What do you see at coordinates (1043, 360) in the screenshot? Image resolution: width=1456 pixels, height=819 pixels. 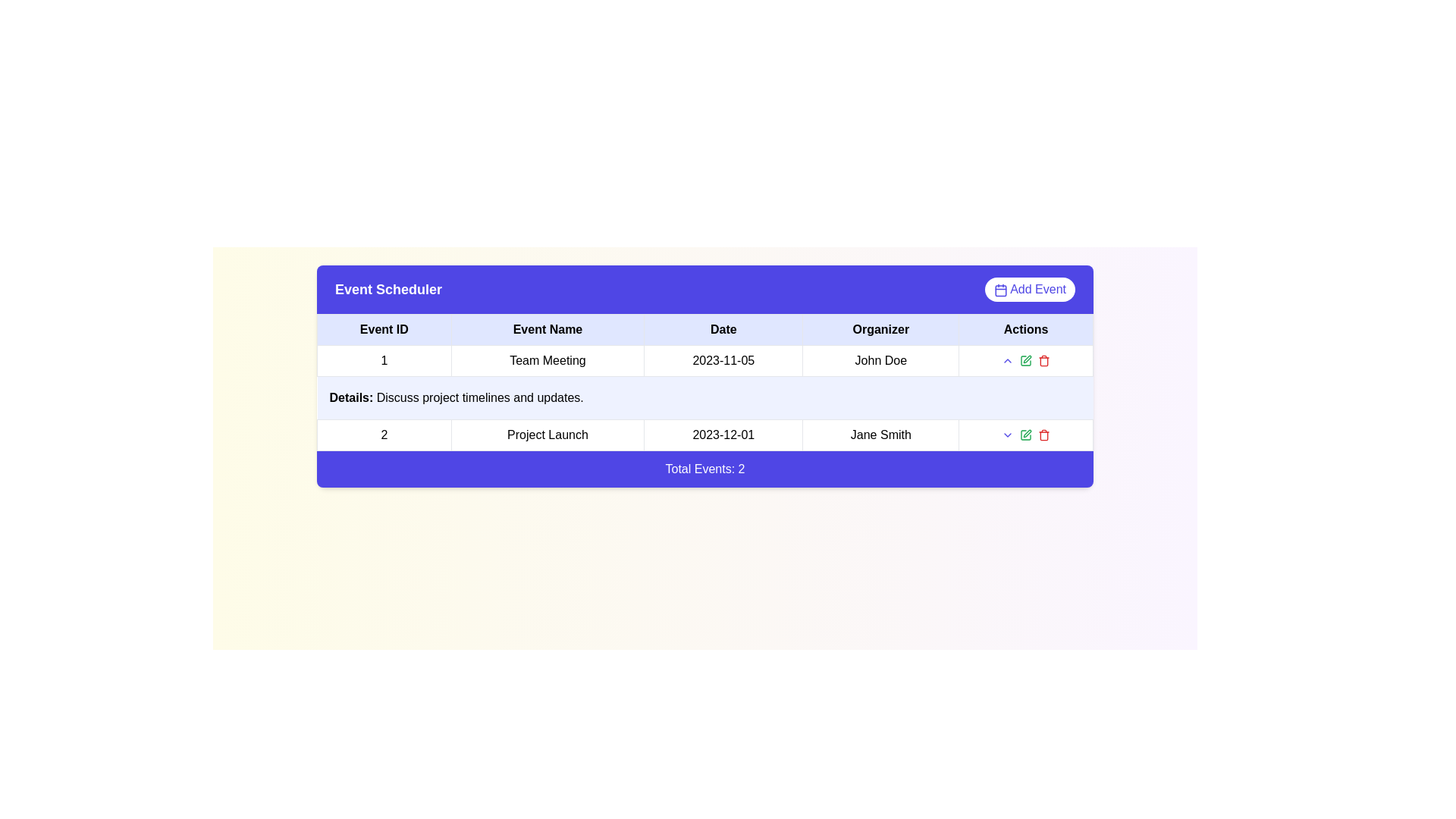 I see `the delete button located in the 'Actions' column of the second table row` at bounding box center [1043, 360].